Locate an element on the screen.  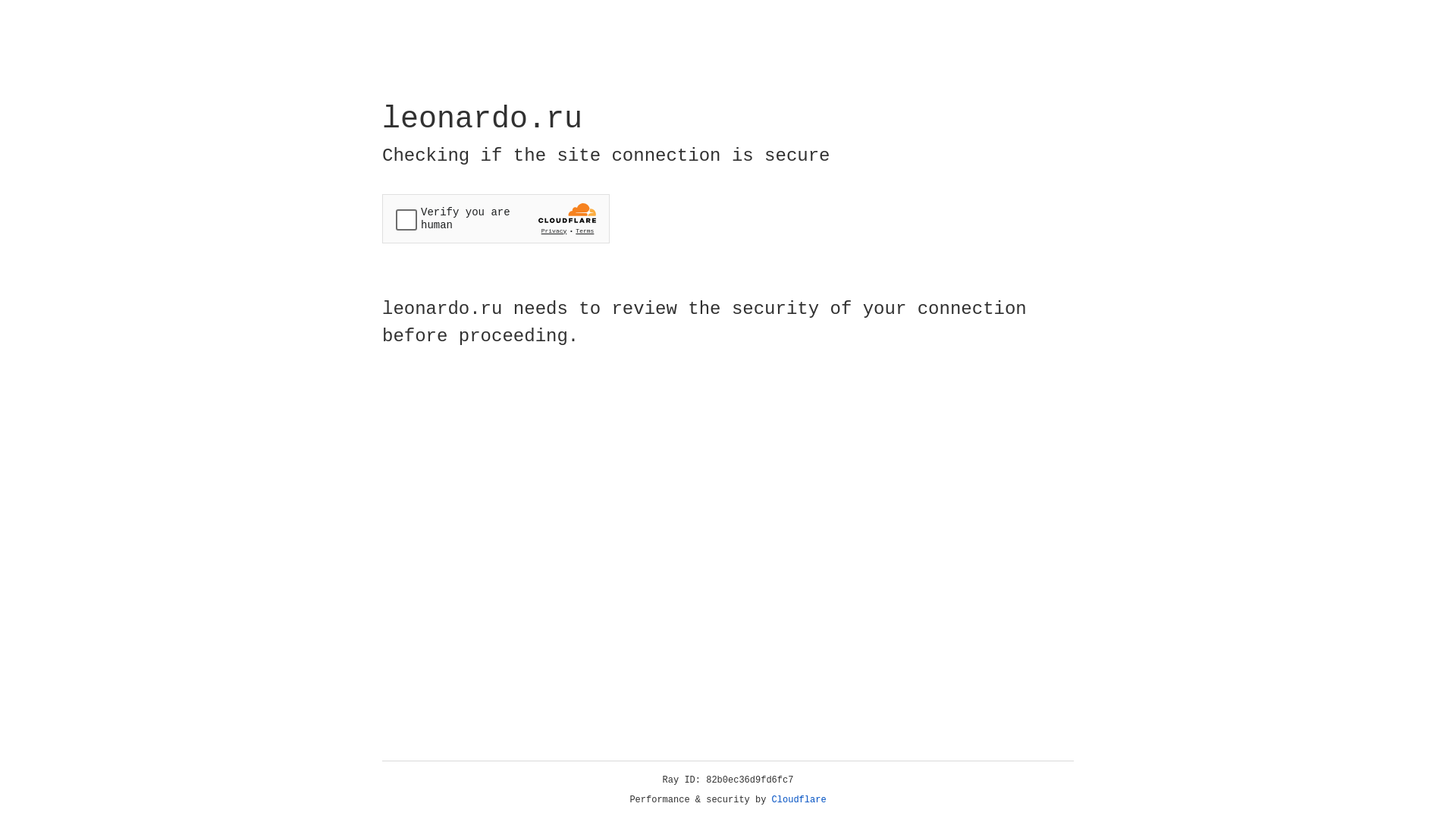
'Widget containing a Cloudflare security challenge' is located at coordinates (495, 218).